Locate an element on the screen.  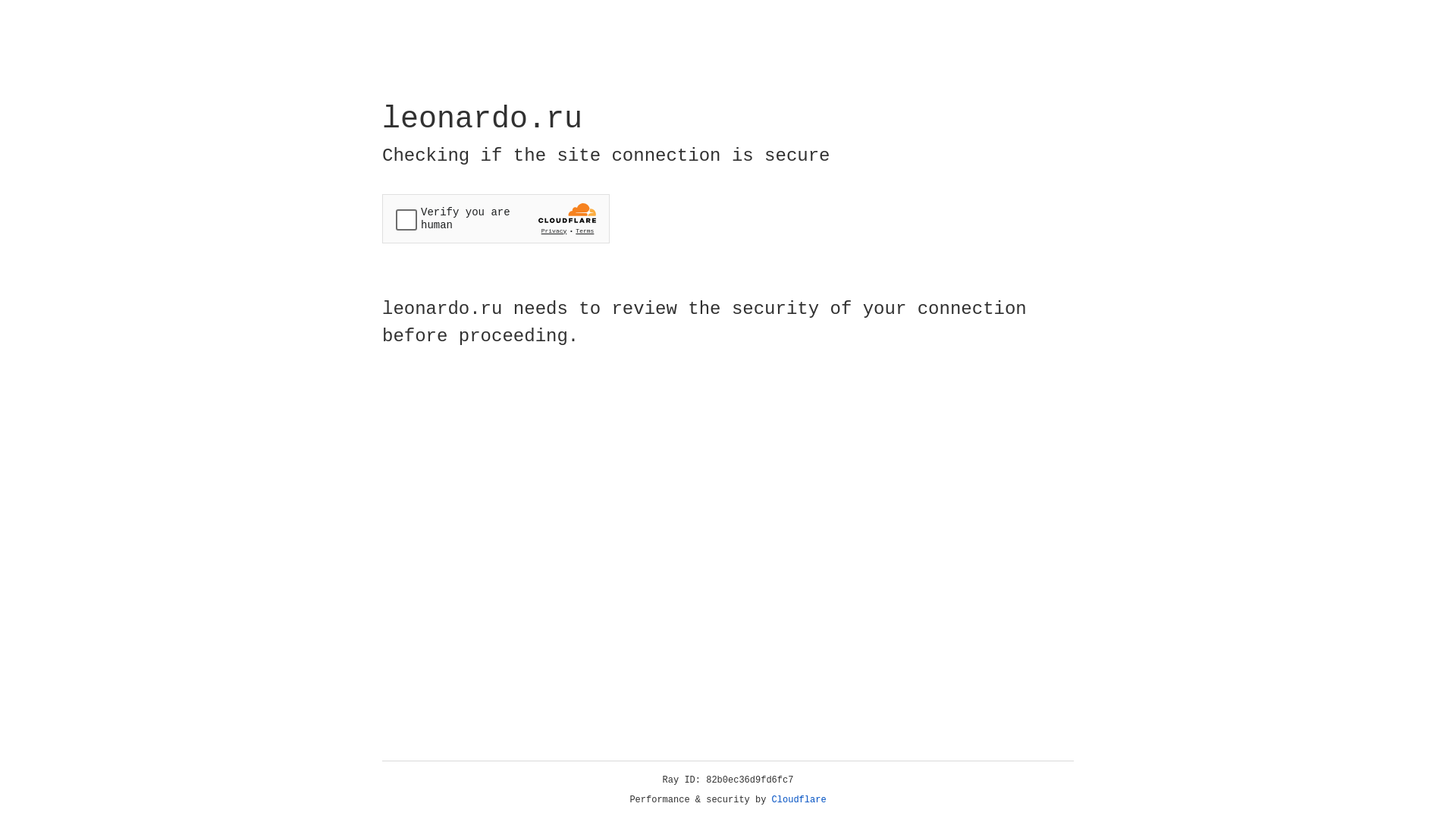
'Widget containing a Cloudflare security challenge' is located at coordinates (495, 218).